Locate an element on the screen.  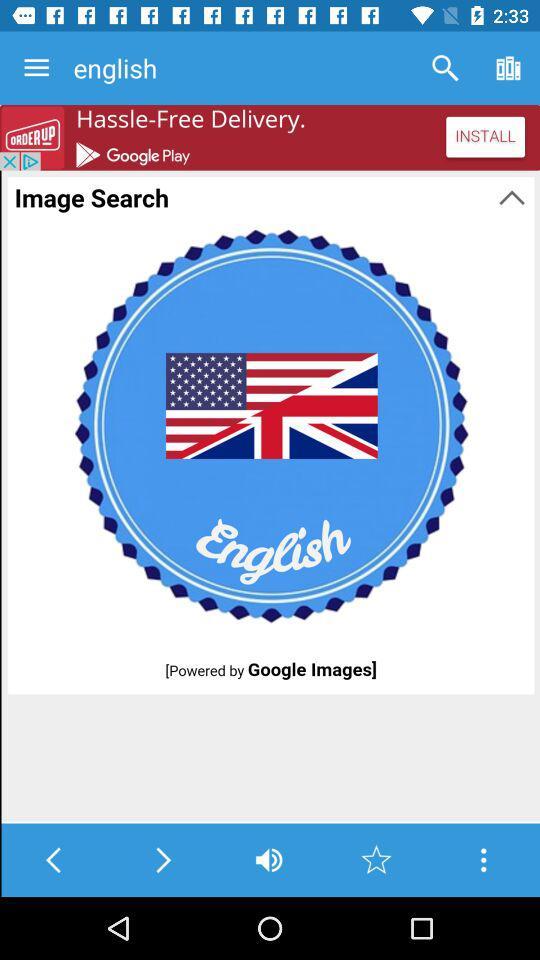
the current element is located at coordinates (376, 859).